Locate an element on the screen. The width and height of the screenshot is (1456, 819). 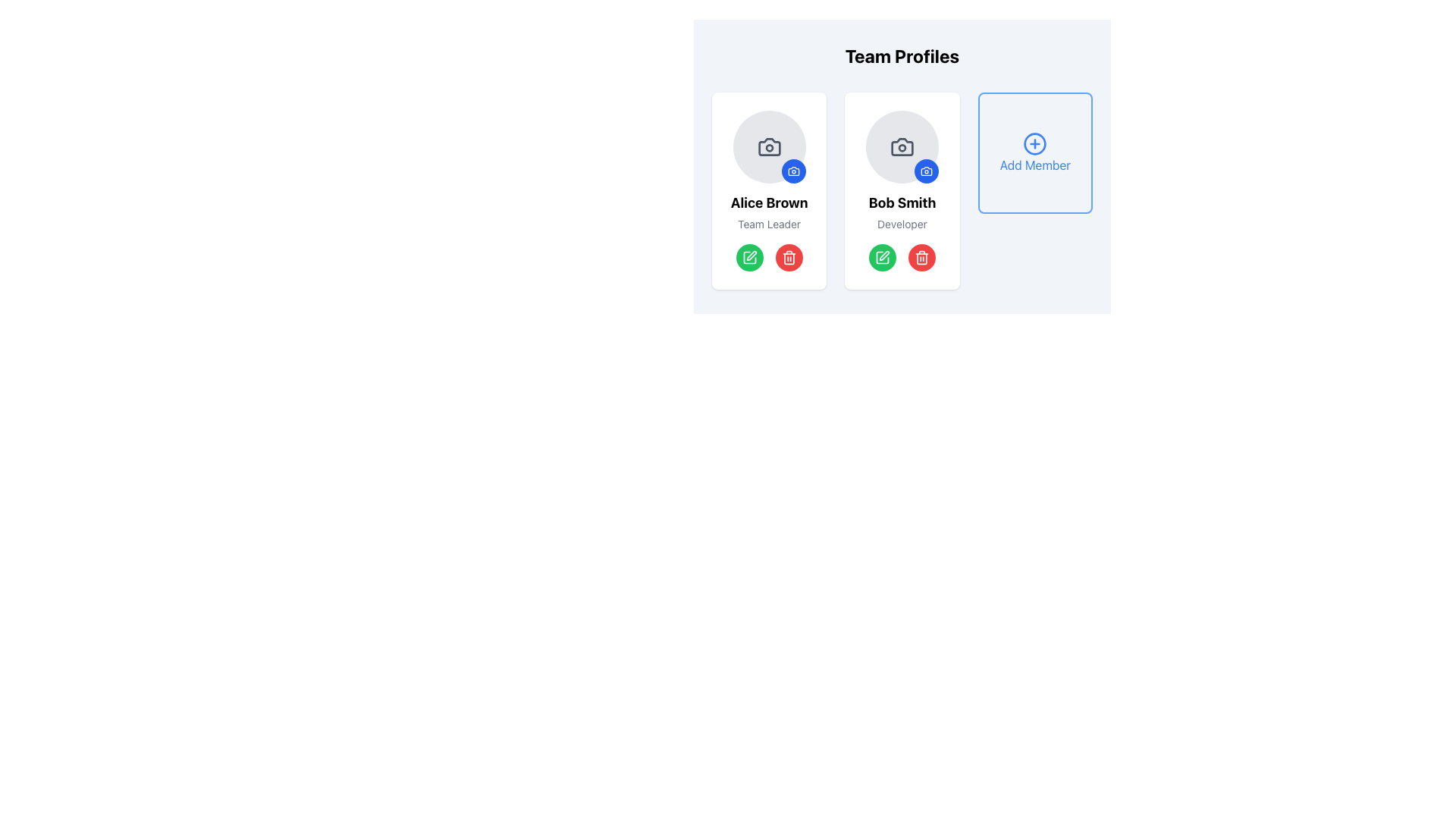
the 'Team Leader' text label displayed in gray font, located beneath 'Alice Brown' and above the action buttons in the profile card is located at coordinates (769, 224).